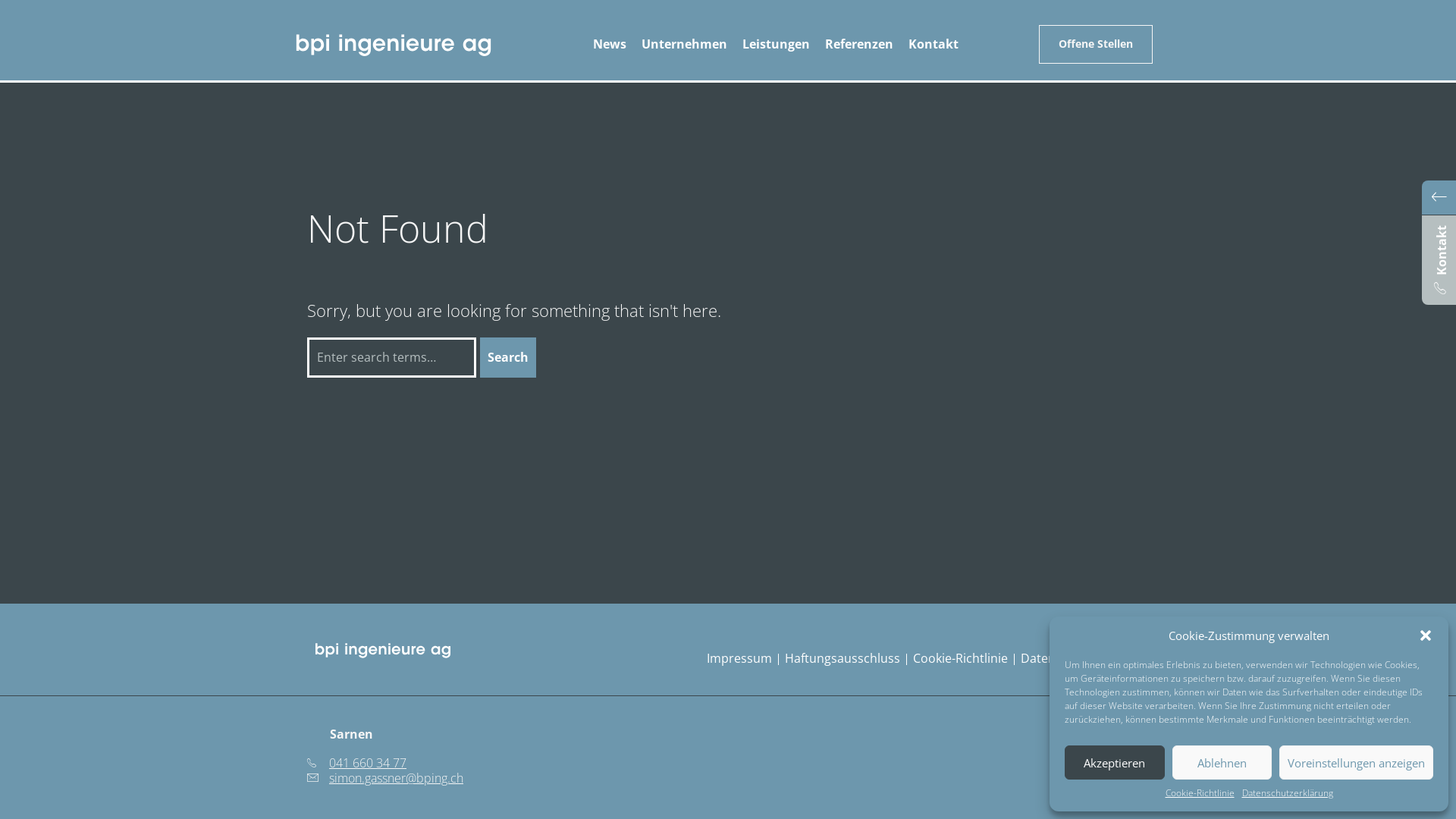  I want to click on '041 660 34 77', so click(356, 763).